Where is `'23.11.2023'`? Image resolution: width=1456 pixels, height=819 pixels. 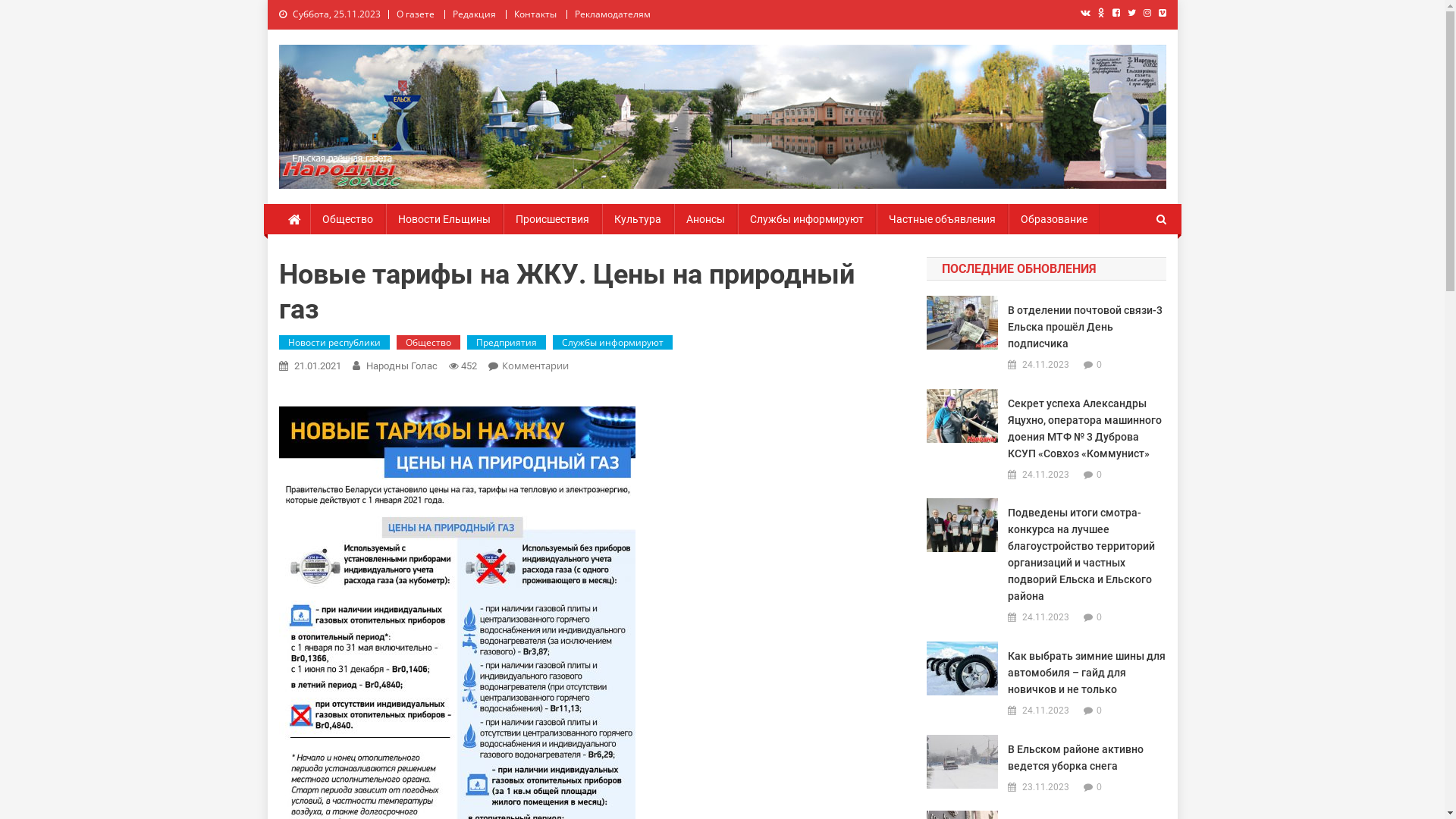 '23.11.2023' is located at coordinates (1044, 786).